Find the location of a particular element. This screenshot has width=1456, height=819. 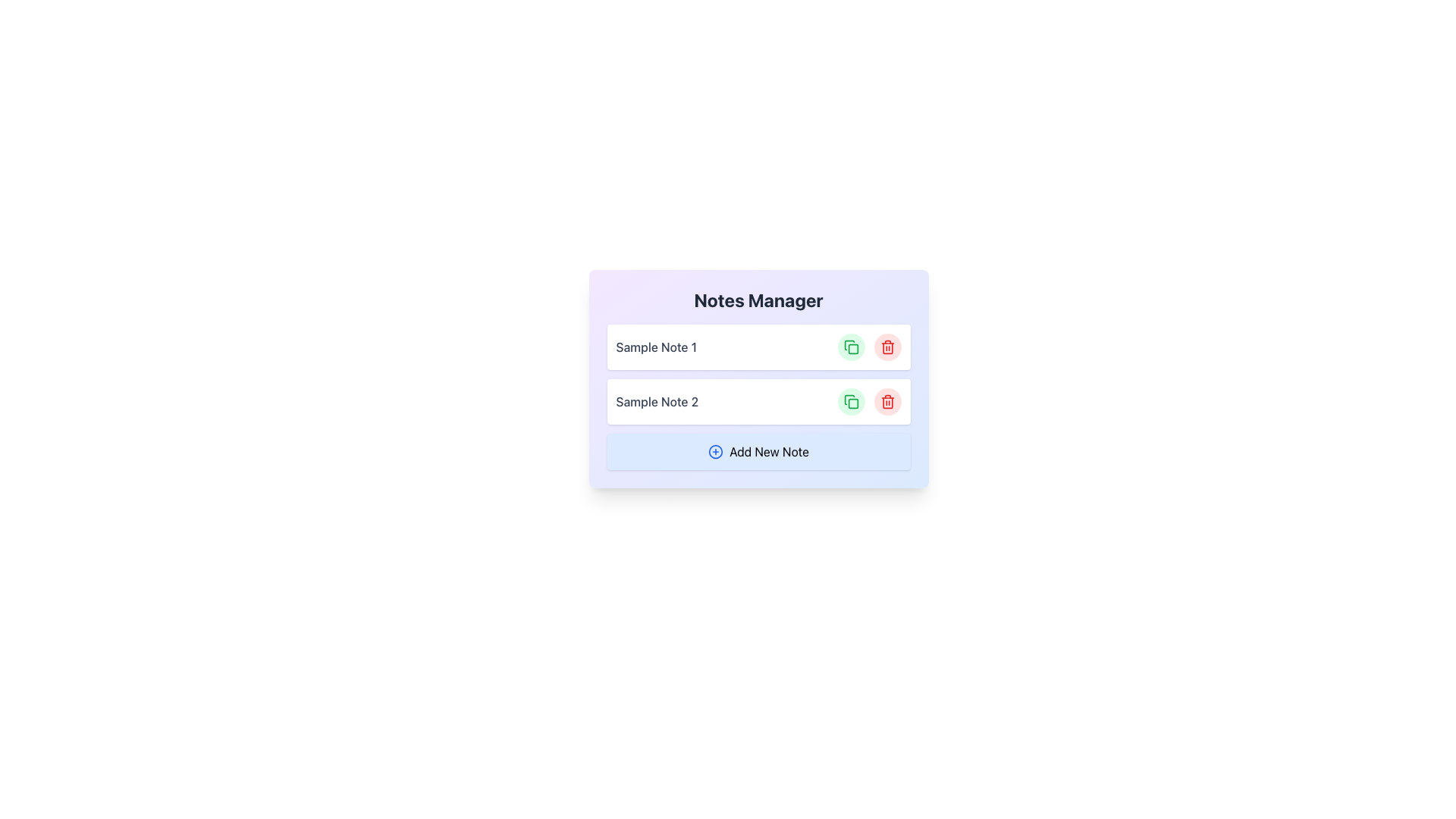

the blue circular icon with a plus sign located on the 'Add New Note' button at the bottom of the Notes Manager interface is located at coordinates (715, 451).